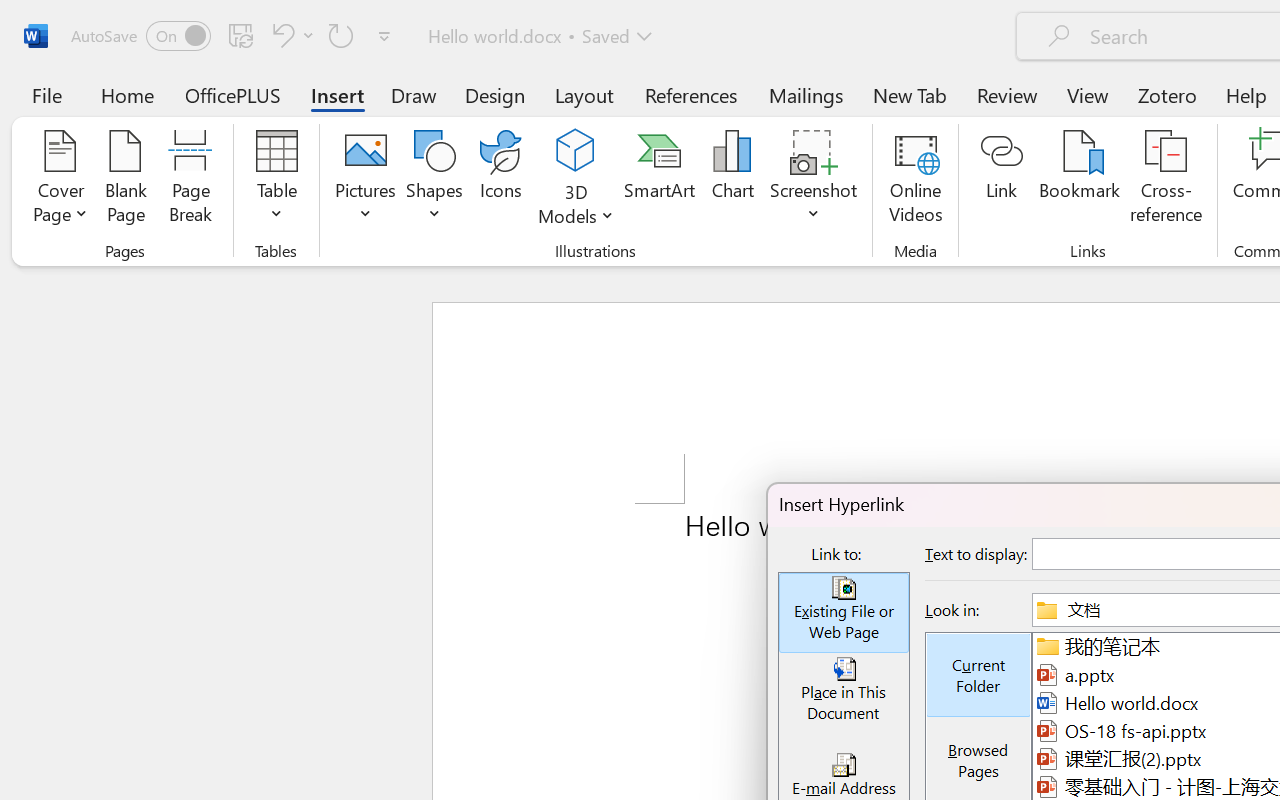 This screenshot has width=1280, height=800. Describe the element at coordinates (365, 179) in the screenshot. I see `'Pictures'` at that location.